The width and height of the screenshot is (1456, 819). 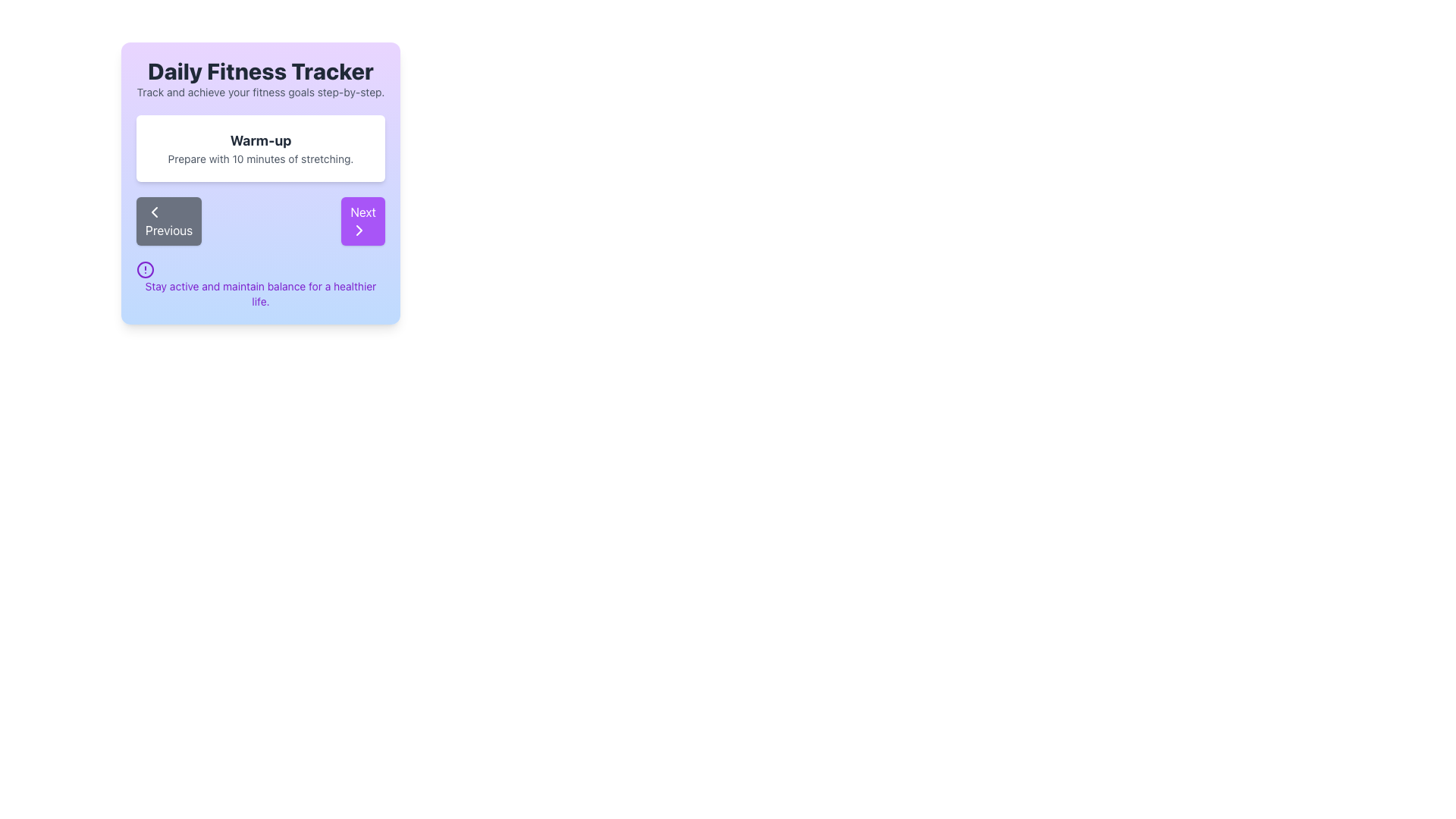 I want to click on the right-pointing chevron icon inside the 'Next' button, which has a purple background and is labeled in white text, so click(x=359, y=231).